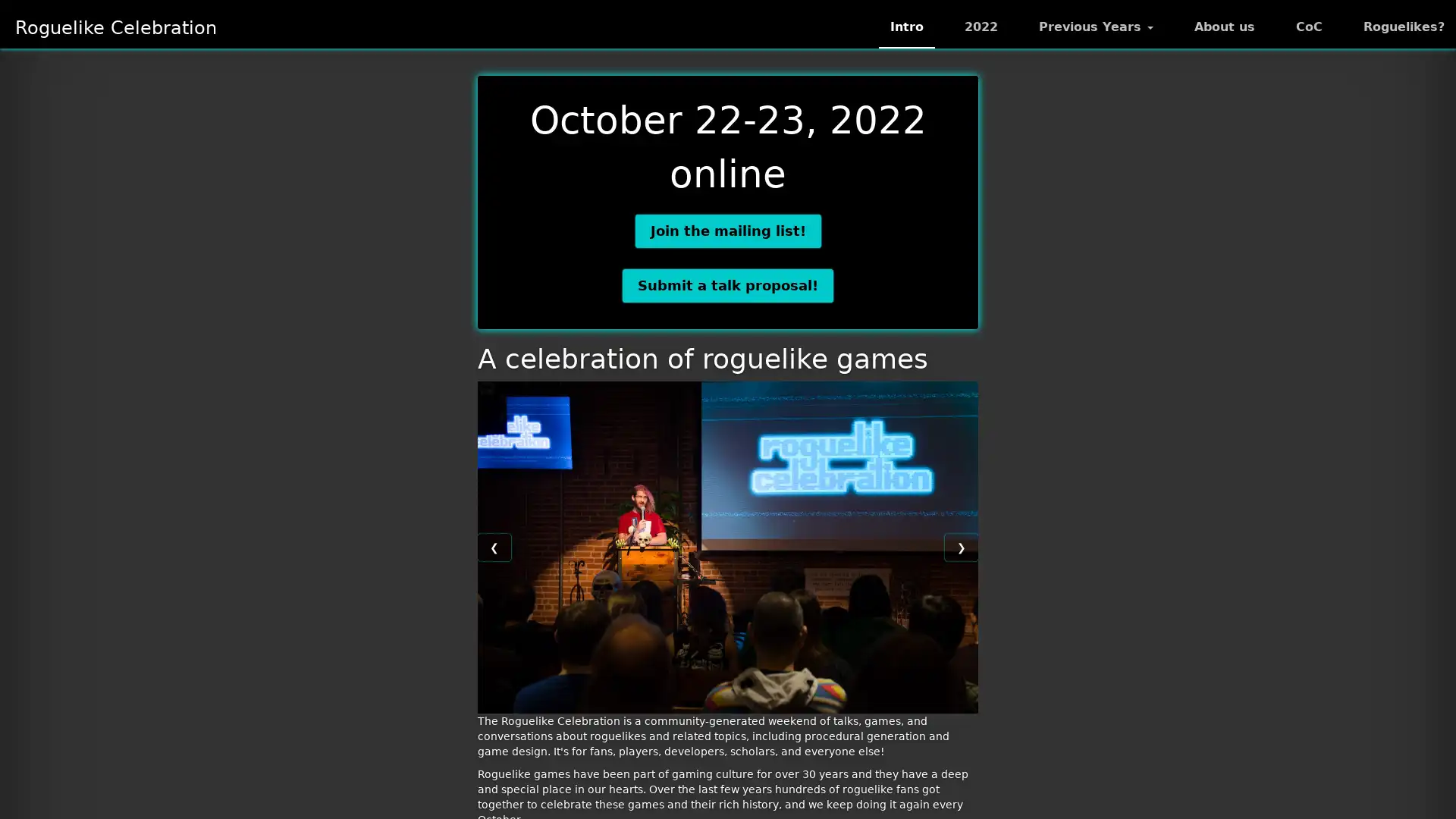  I want to click on Join the mailing list!, so click(726, 231).